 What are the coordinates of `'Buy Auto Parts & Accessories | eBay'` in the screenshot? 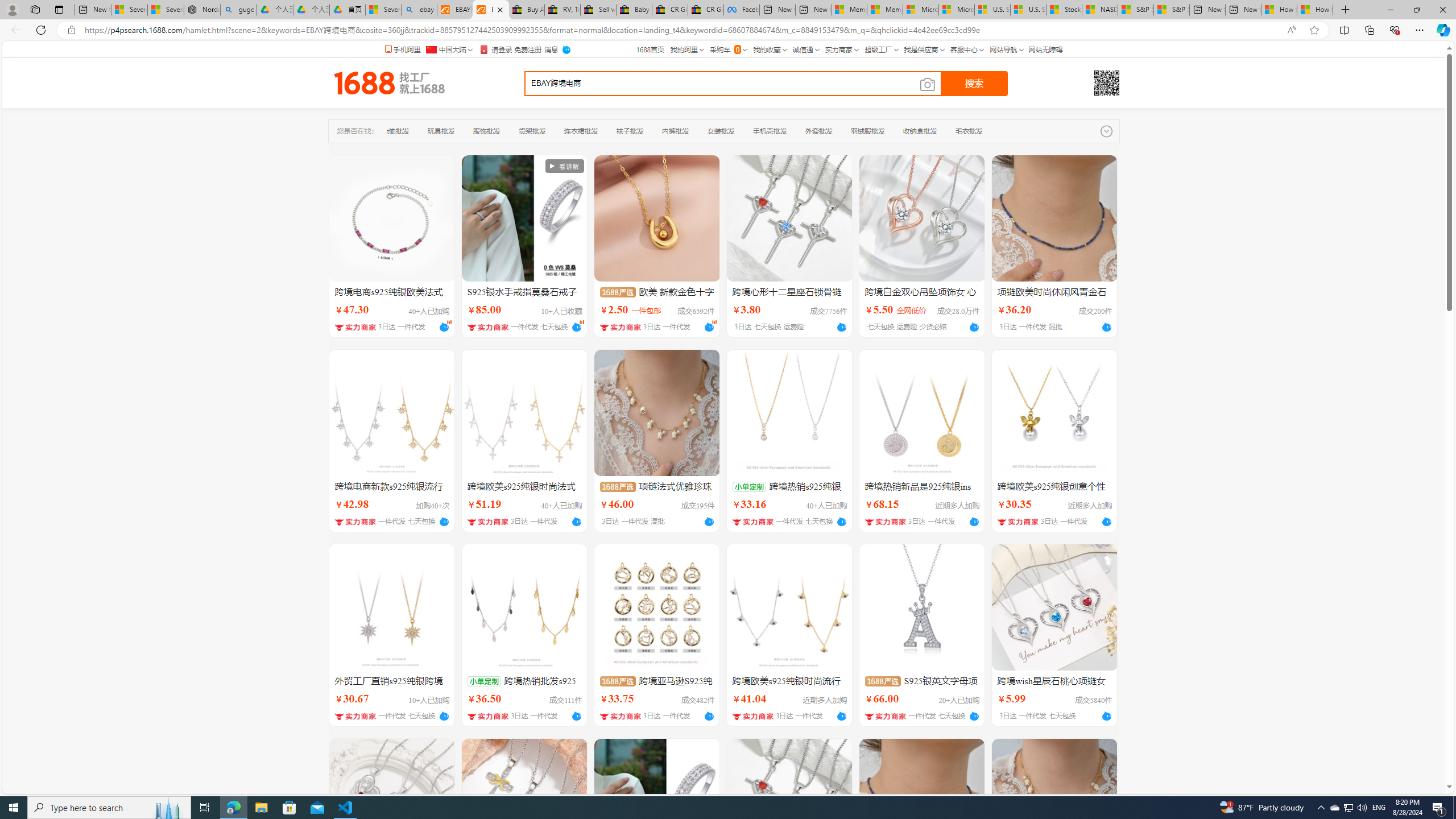 It's located at (526, 9).